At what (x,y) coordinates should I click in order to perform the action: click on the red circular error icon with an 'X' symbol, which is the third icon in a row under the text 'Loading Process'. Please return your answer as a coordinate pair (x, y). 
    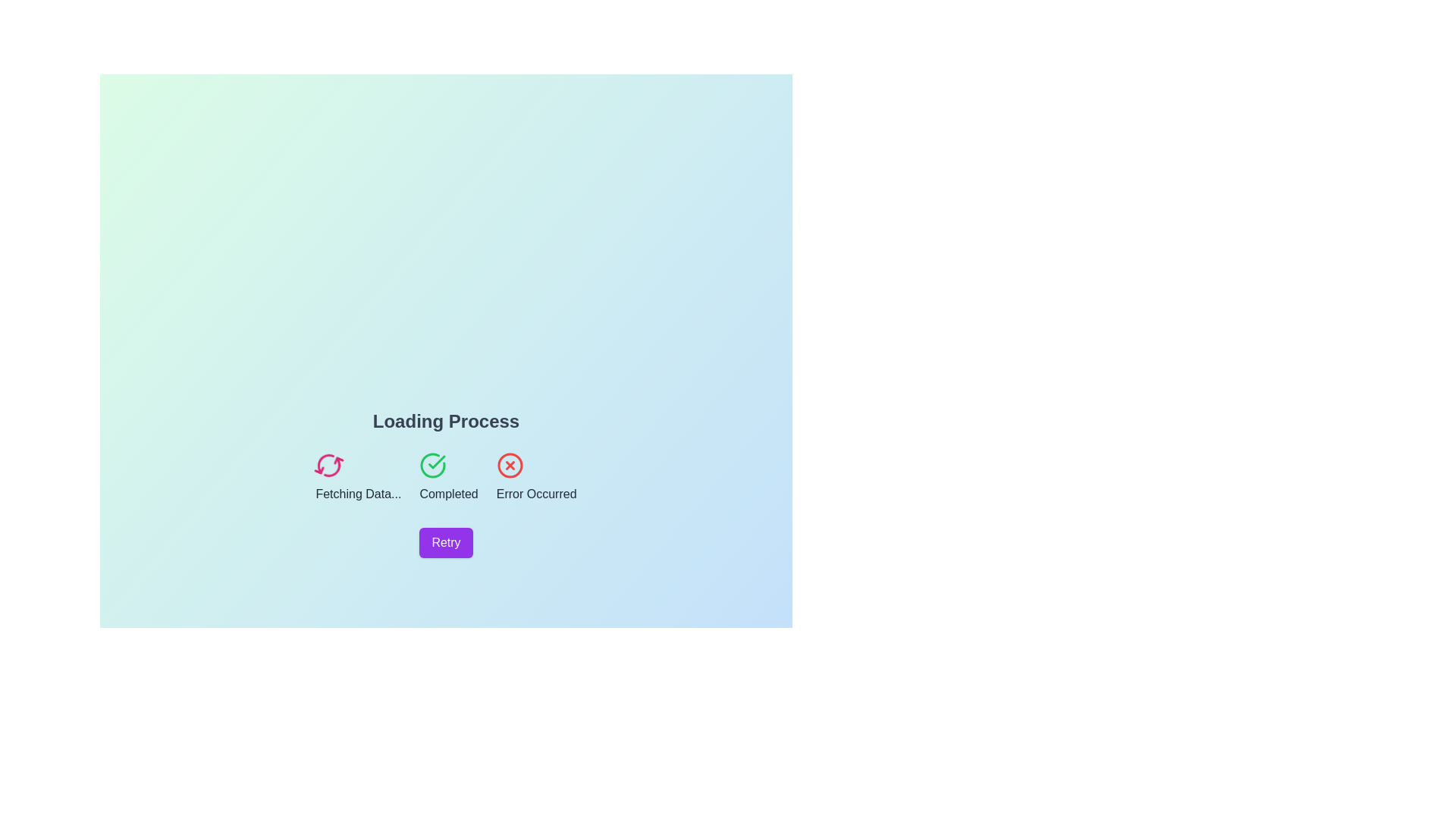
    Looking at the image, I should click on (510, 464).